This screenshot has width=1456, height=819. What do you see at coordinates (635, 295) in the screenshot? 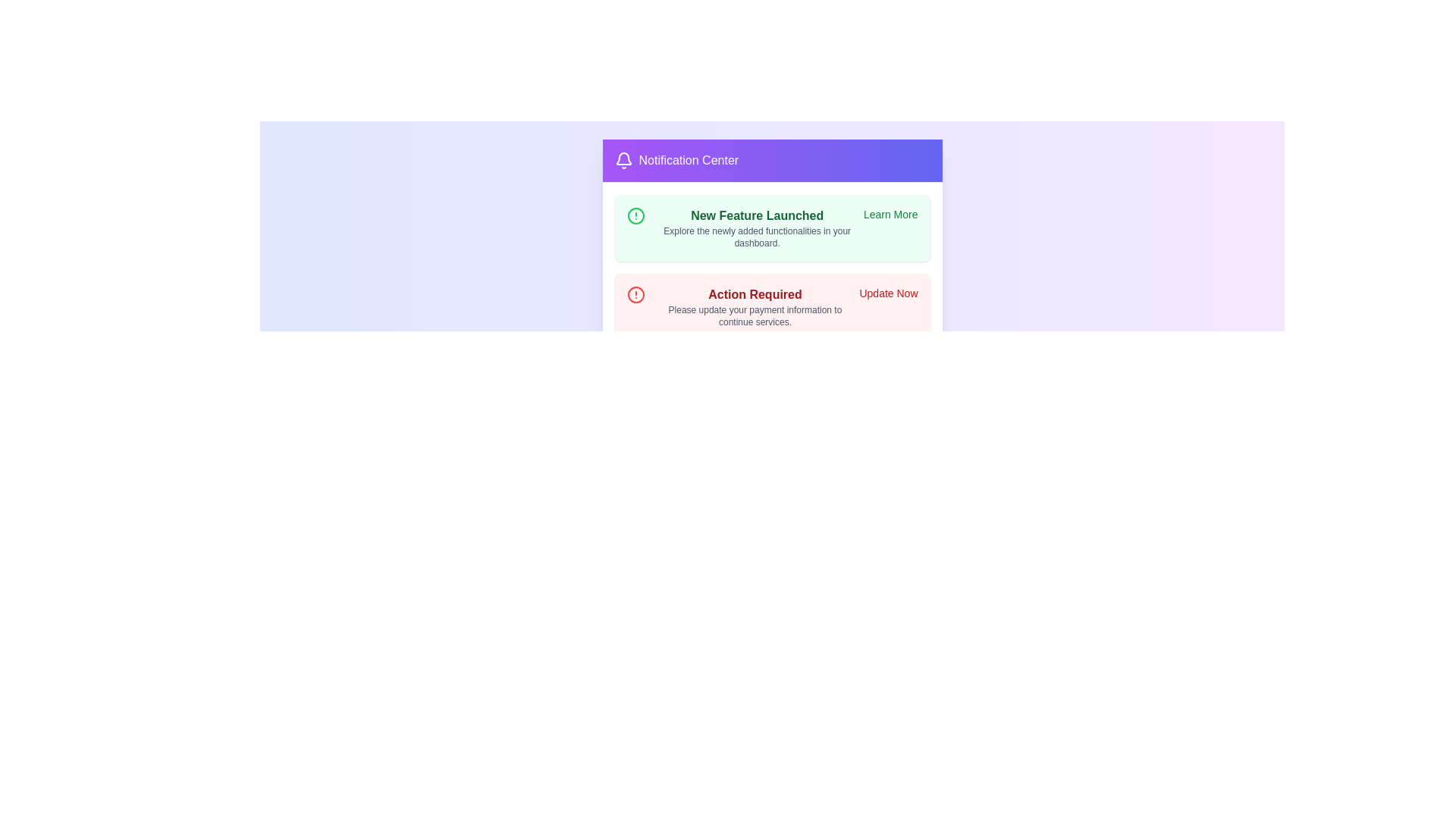
I see `the alert icon located to the left of the 'Action Required' notification within the red-highlighted alert box` at bounding box center [635, 295].